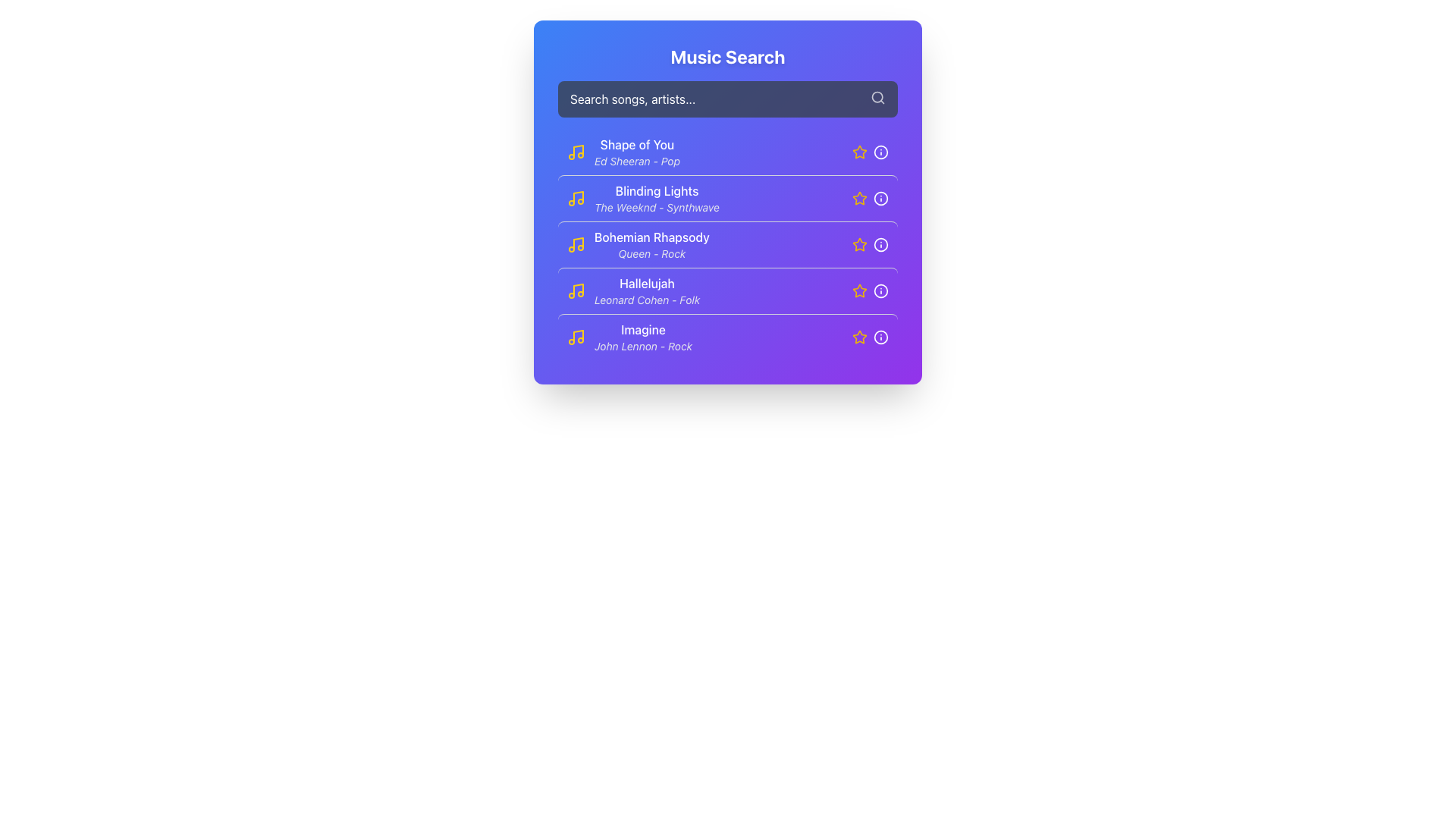  I want to click on the 'Info' button located to the right of the song title for 'Hallelujah', so click(880, 291).